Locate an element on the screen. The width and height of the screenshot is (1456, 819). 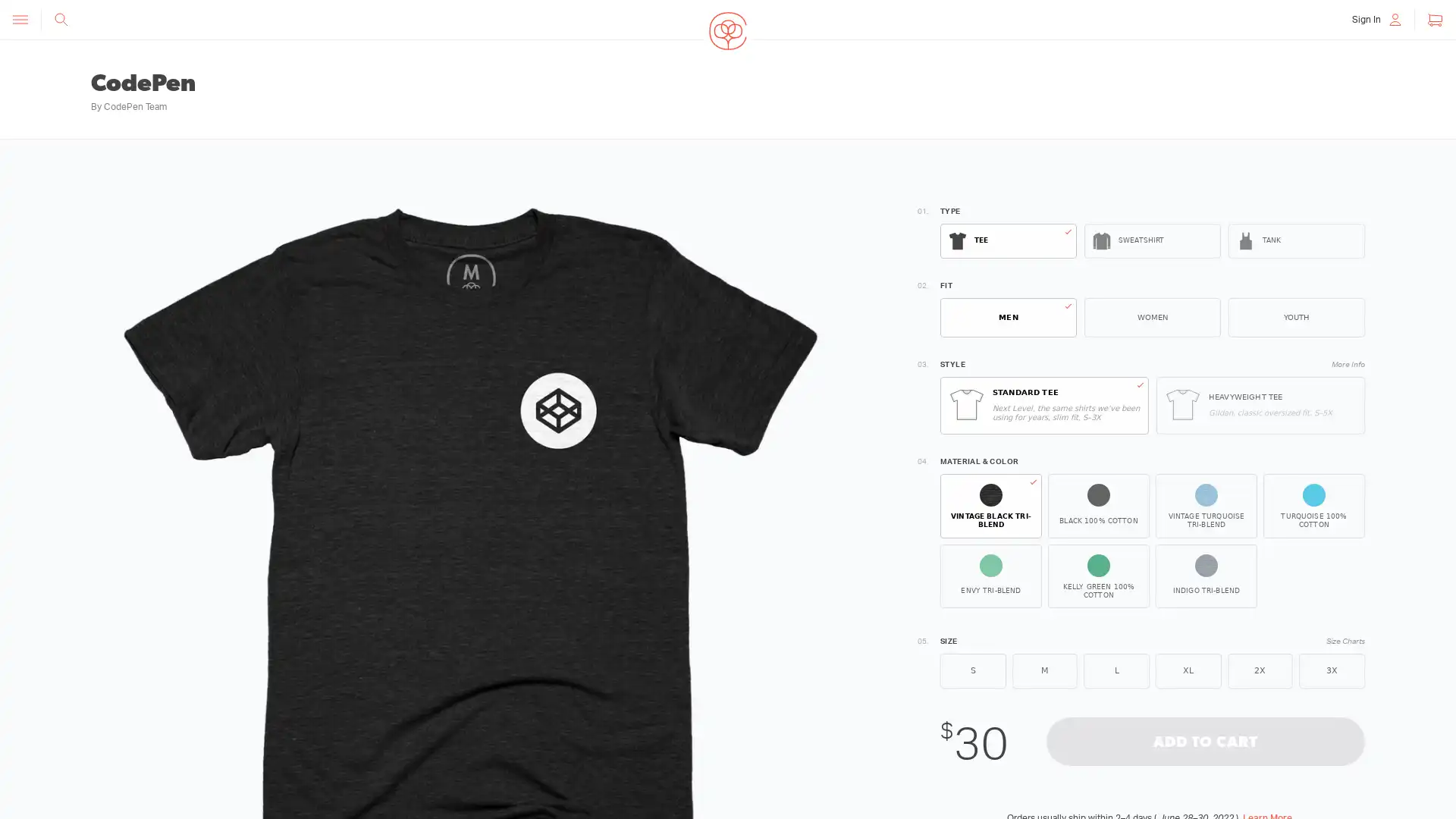
VINTAGE BLACK TRI-BLEND is located at coordinates (990, 506).